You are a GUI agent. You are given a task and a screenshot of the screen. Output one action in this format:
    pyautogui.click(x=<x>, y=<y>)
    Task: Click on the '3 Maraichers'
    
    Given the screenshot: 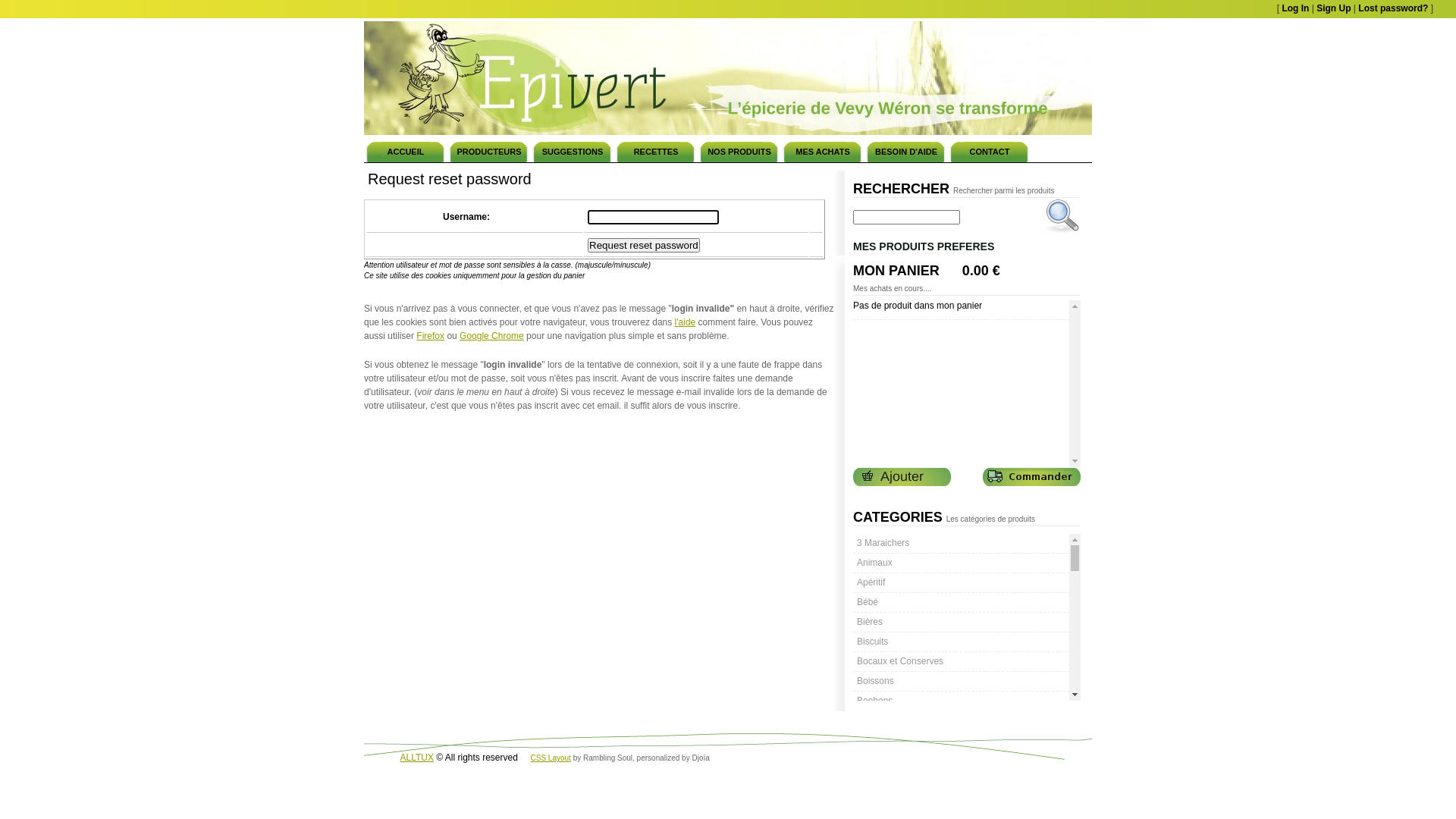 What is the action you would take?
    pyautogui.click(x=852, y=542)
    